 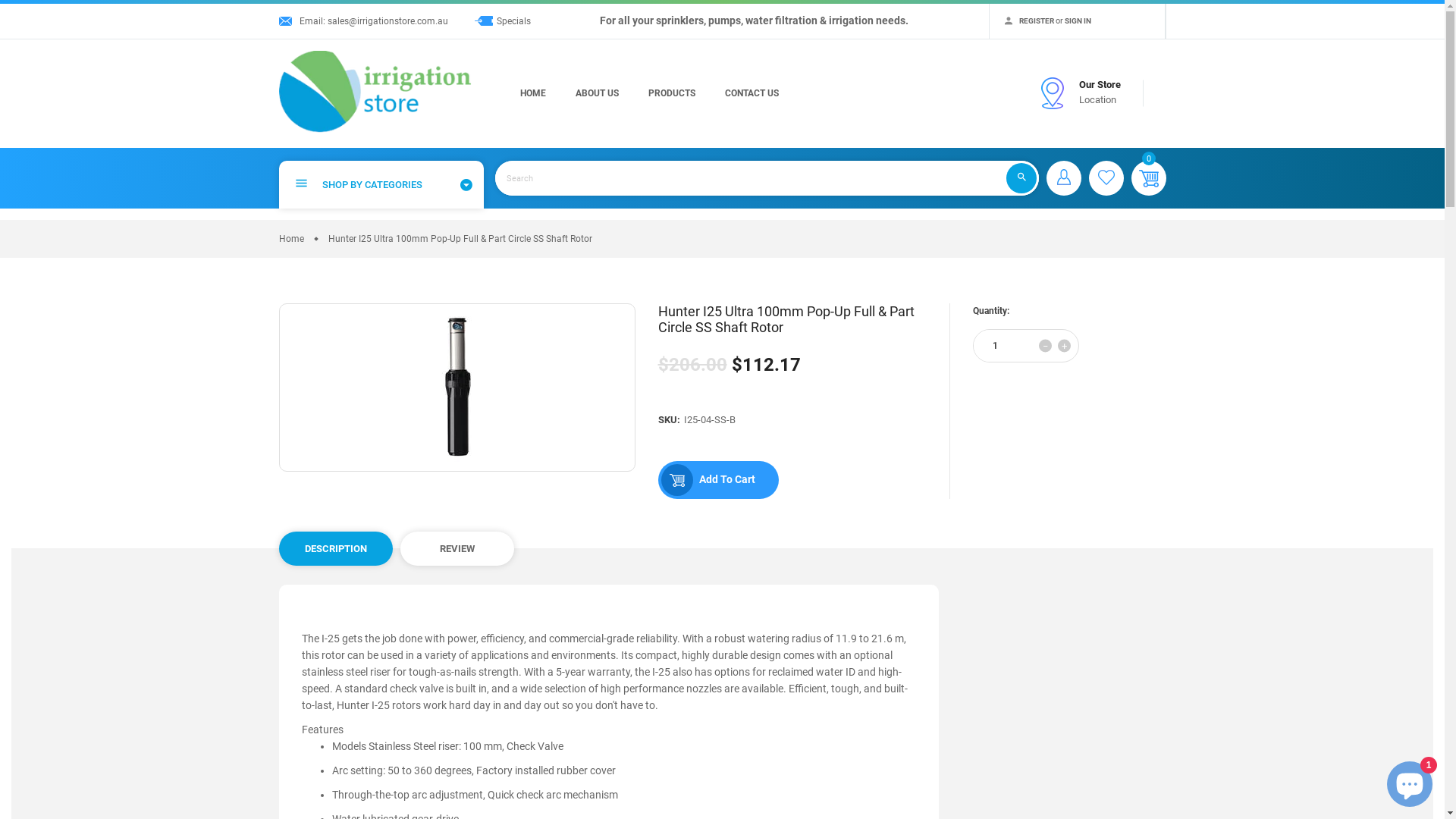 I want to click on 'CONTACT US', so click(x=752, y=93).